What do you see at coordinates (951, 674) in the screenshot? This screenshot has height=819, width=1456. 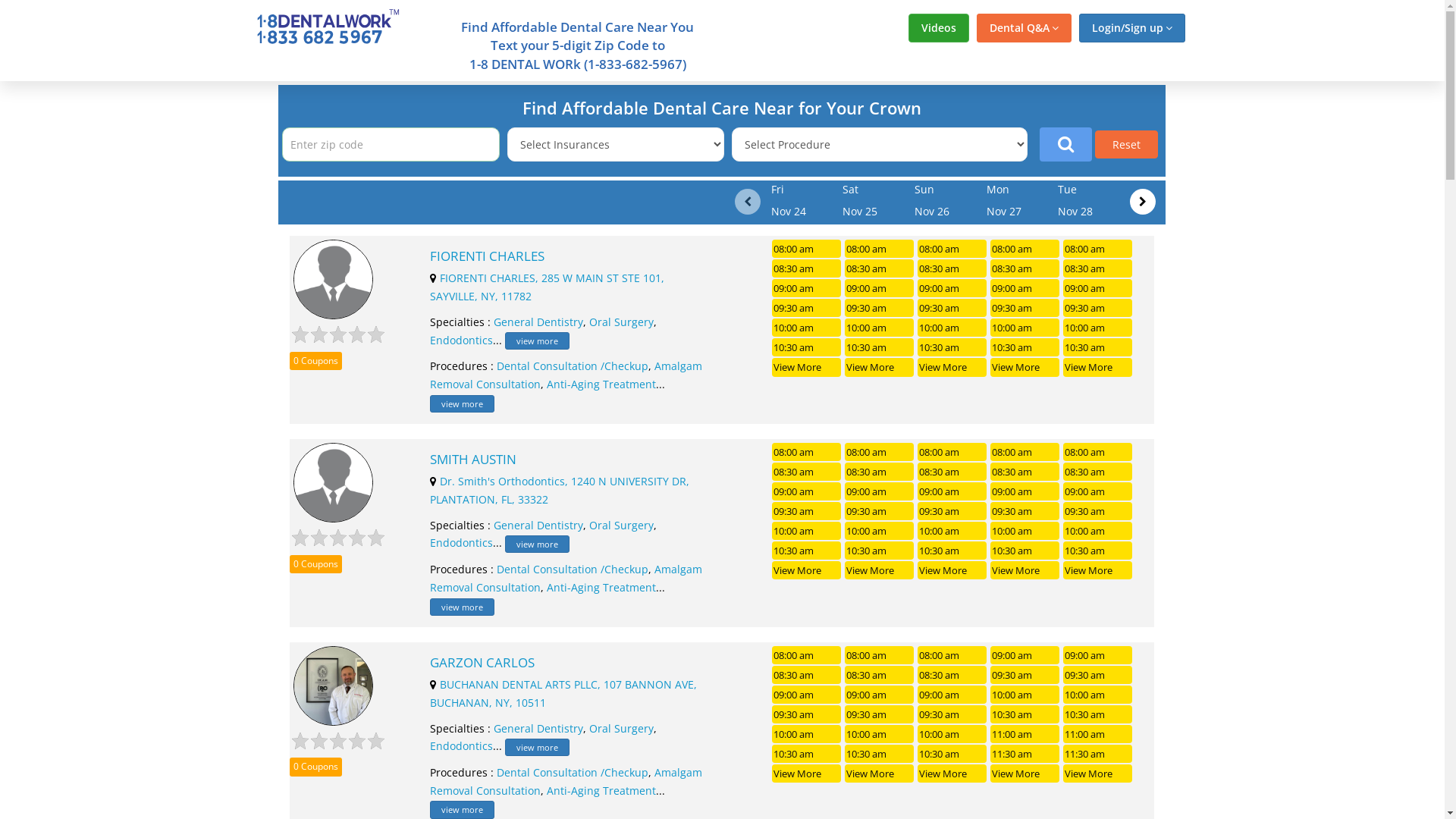 I see `'08:30 am'` at bounding box center [951, 674].